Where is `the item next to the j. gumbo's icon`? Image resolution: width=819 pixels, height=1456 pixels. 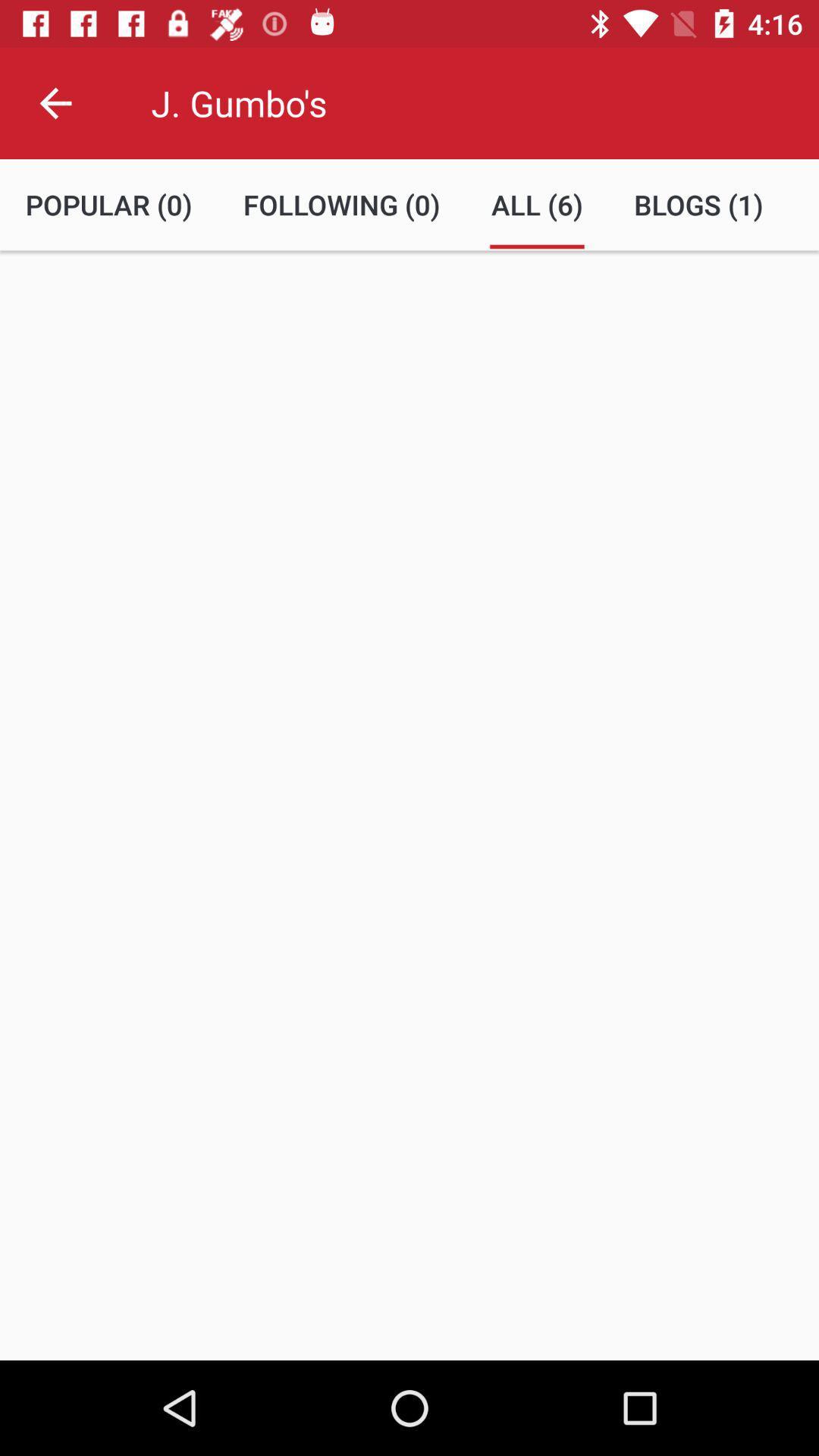 the item next to the j. gumbo's icon is located at coordinates (55, 102).